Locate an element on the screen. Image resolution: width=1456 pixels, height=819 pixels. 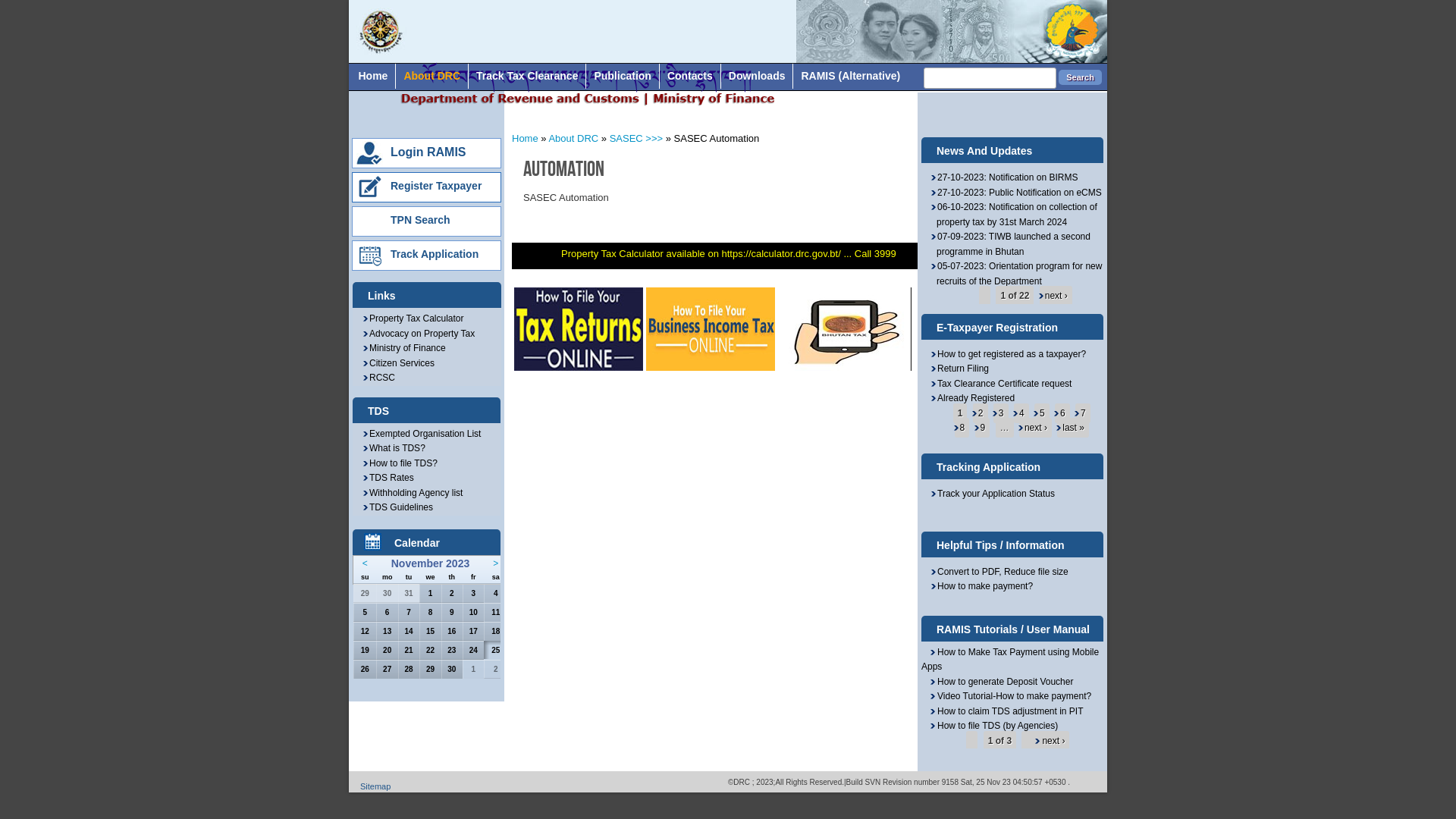
'Automation' is located at coordinates (563, 168).